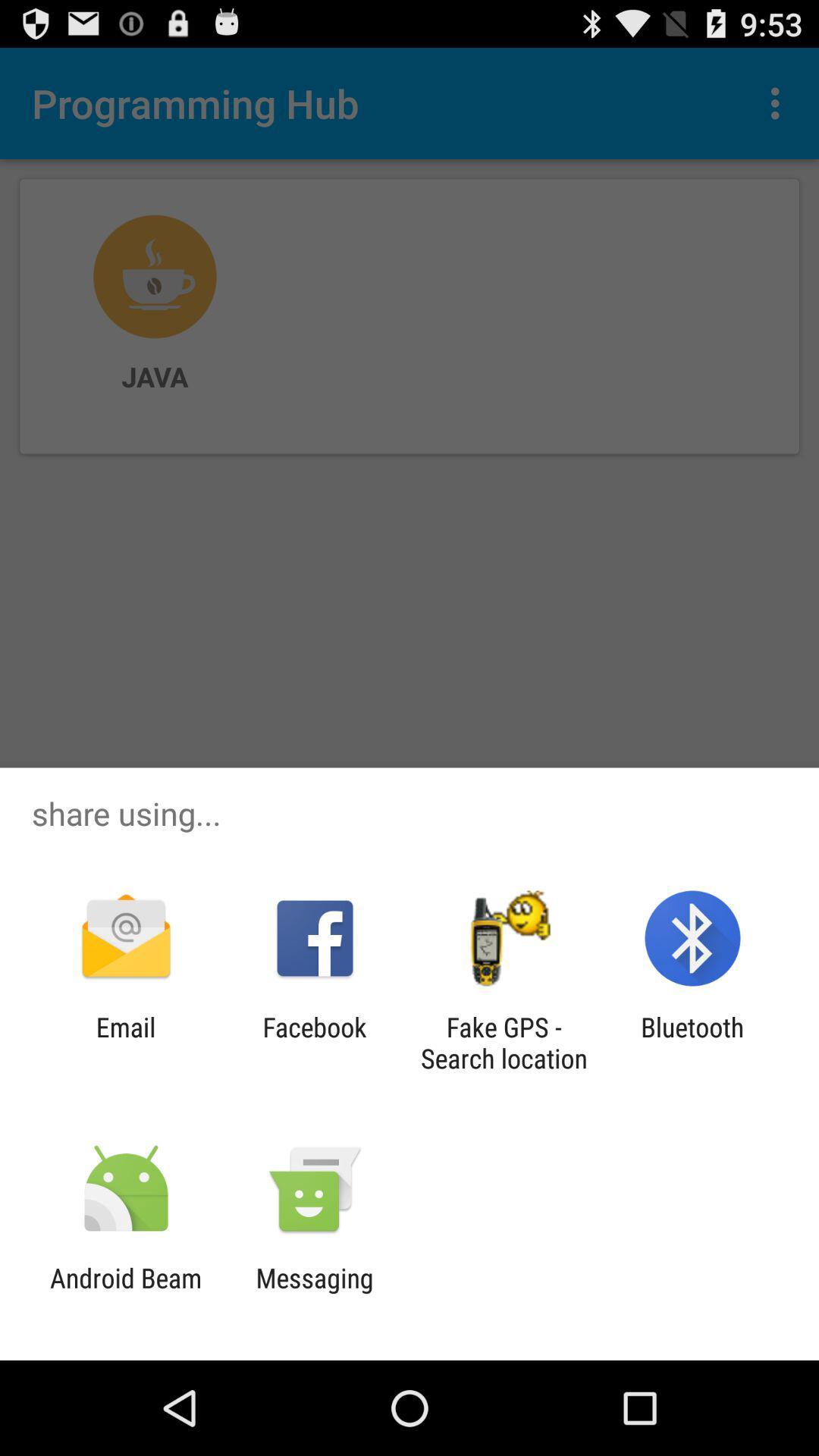 The width and height of the screenshot is (819, 1456). I want to click on the icon next to the bluetooth app, so click(504, 1042).